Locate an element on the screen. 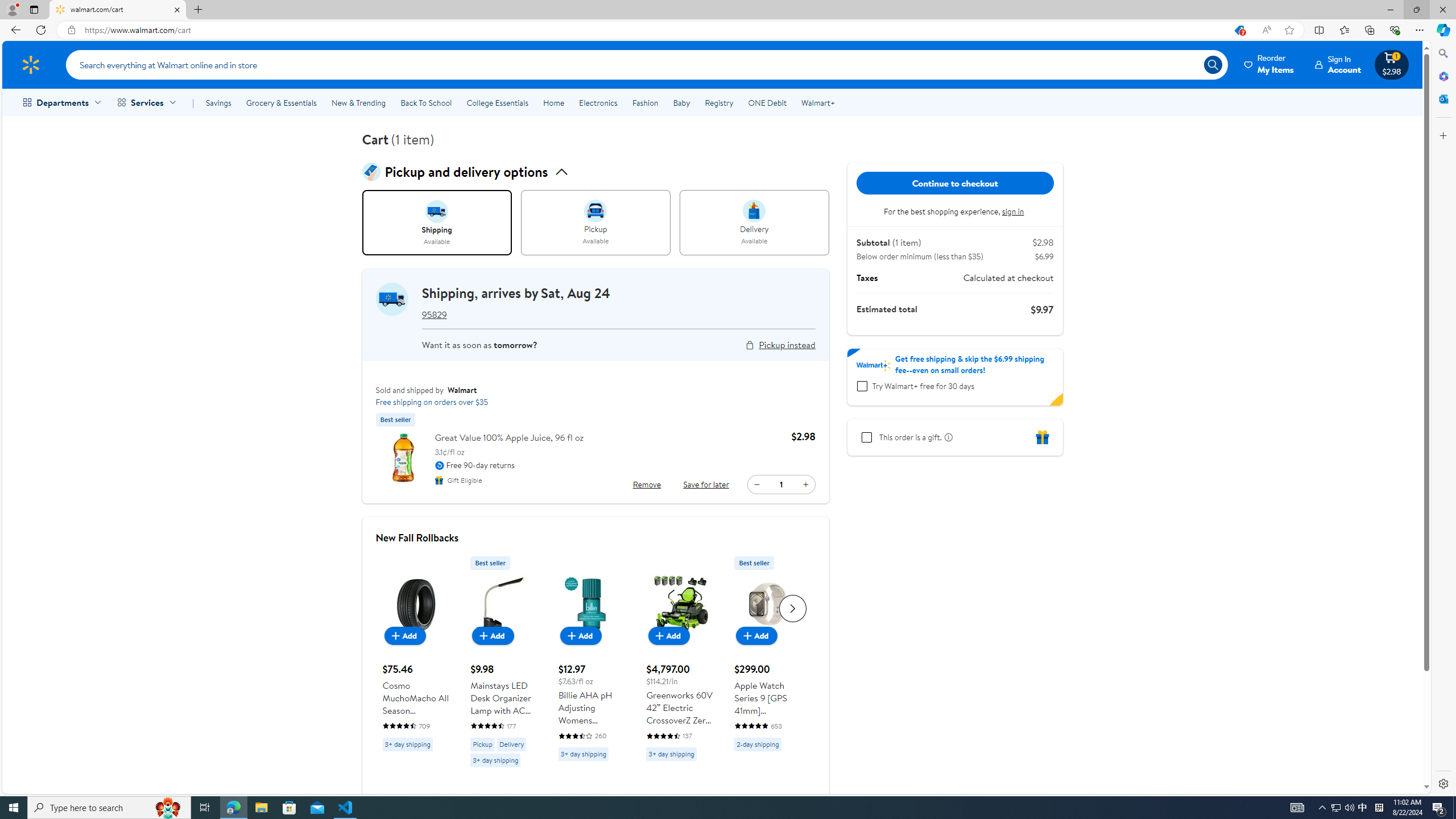 The height and width of the screenshot is (819, 1456). 'Reorder My Items' is located at coordinates (1269, 64).